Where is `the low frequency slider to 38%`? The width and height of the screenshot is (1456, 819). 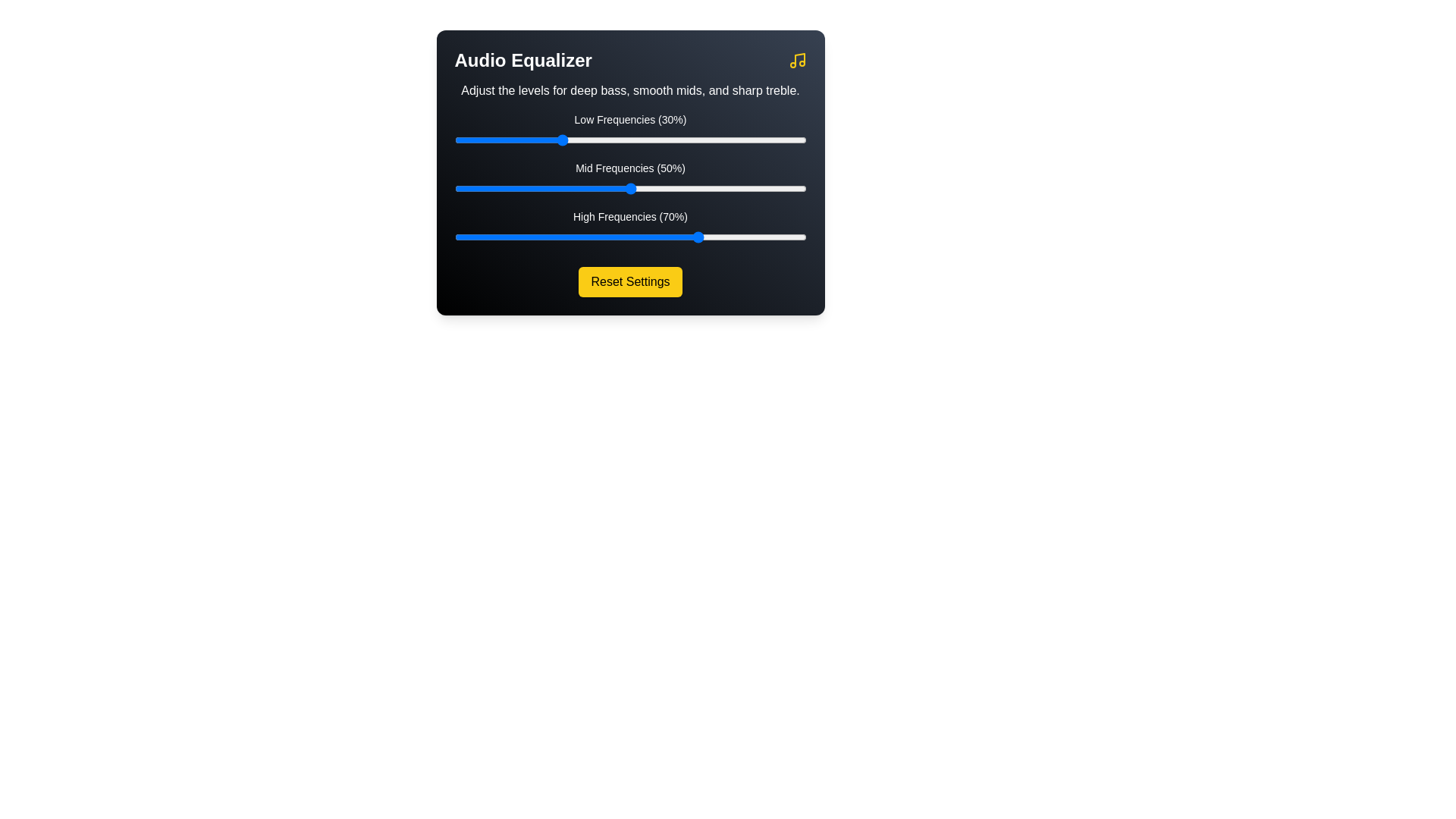 the low frequency slider to 38% is located at coordinates (587, 140).